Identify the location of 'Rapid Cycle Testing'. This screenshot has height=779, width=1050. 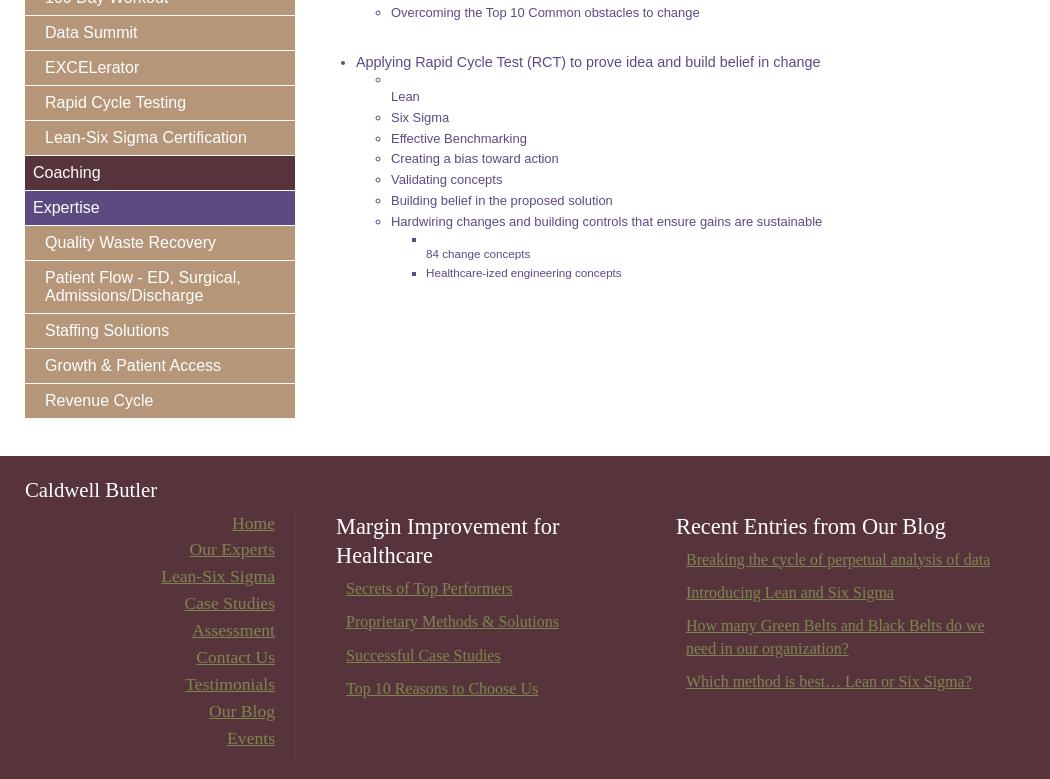
(44, 101).